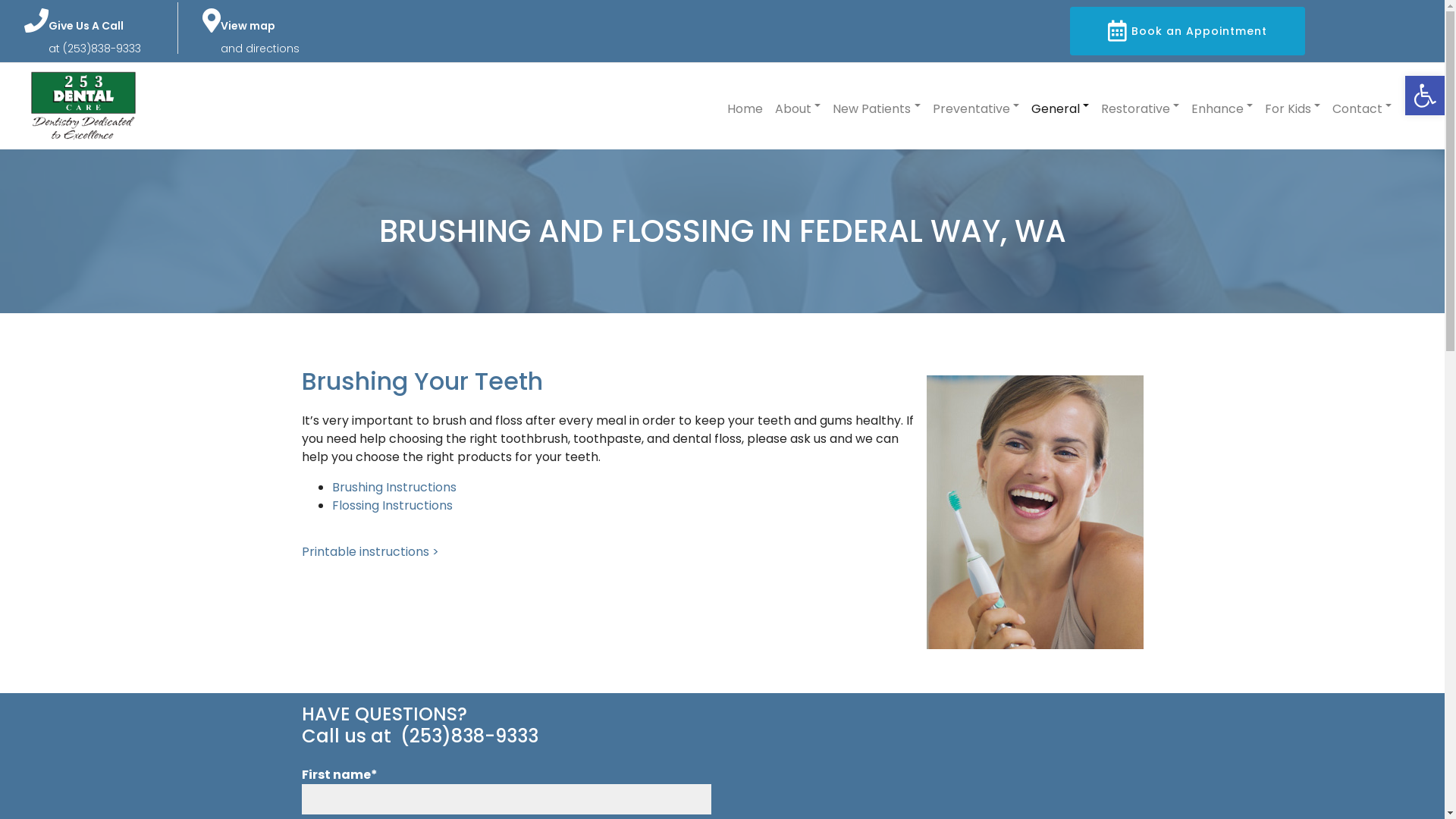 This screenshot has height=819, width=1456. I want to click on 'View map, so click(220, 36).